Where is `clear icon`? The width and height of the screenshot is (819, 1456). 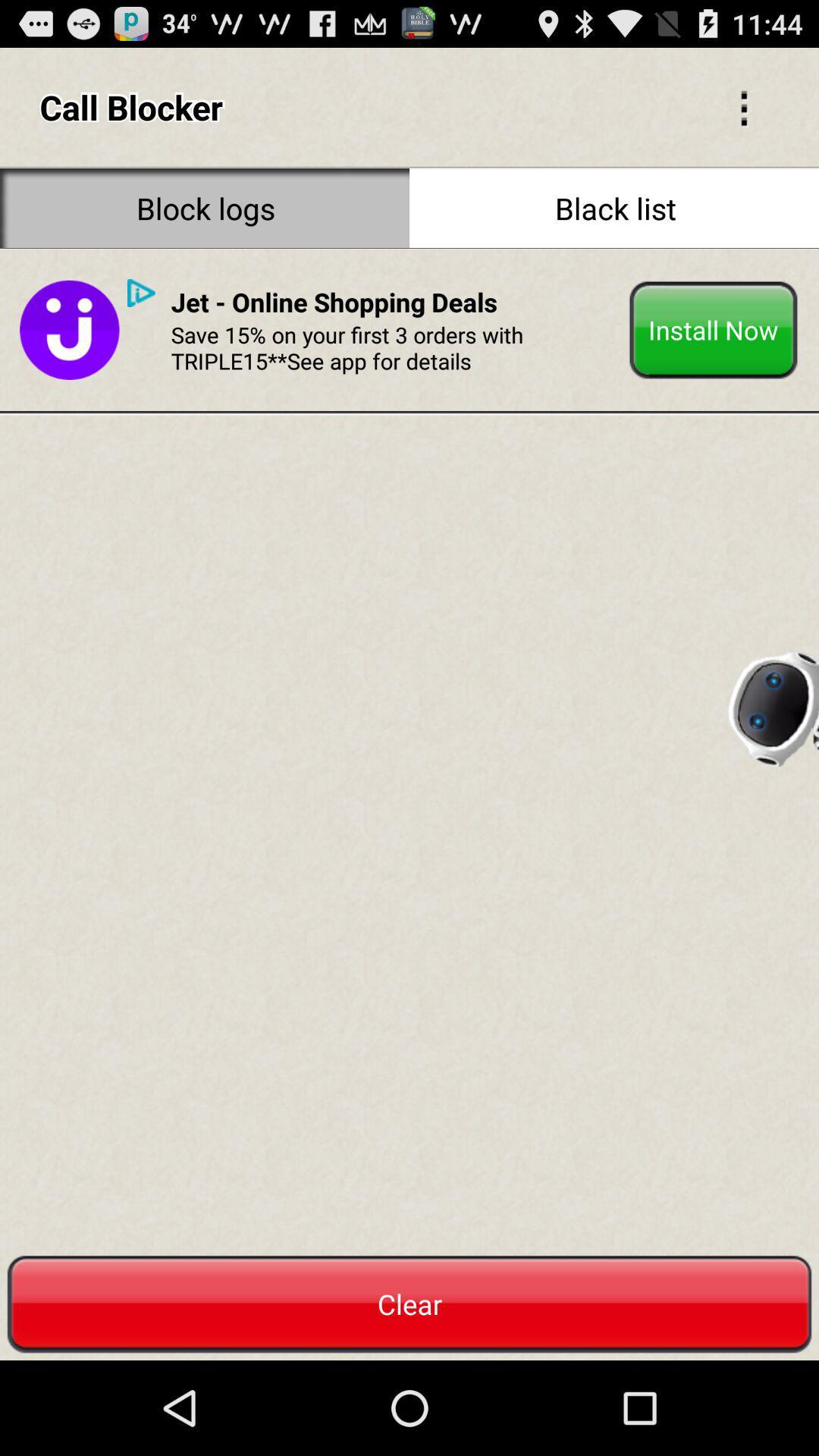 clear icon is located at coordinates (409, 1304).